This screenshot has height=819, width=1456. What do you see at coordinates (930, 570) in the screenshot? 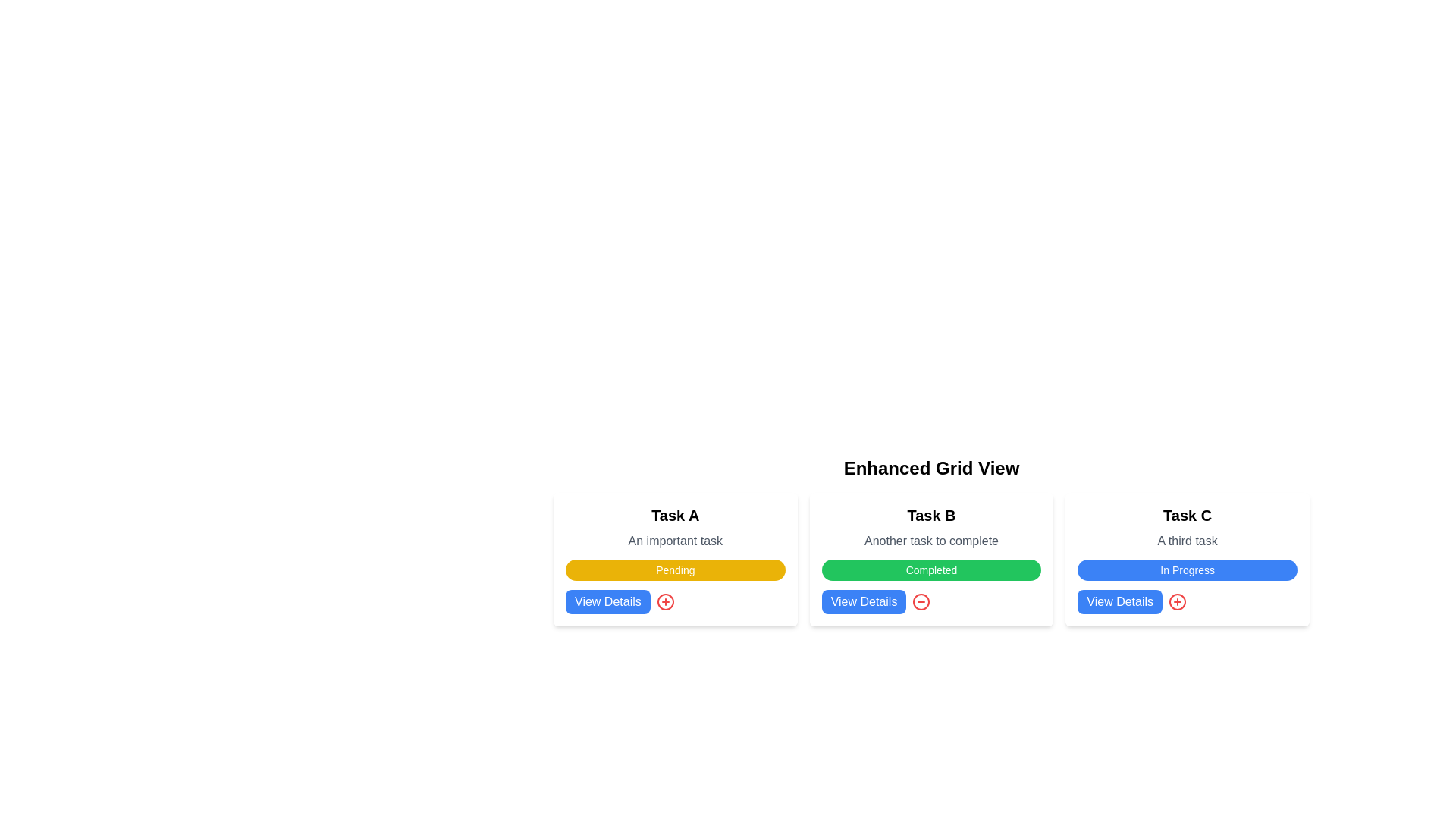
I see `the non-interactive status indicator button for Task B, which shows that the task is completed, located between the description text 'Another task to complete' and the 'View Details' controls` at bounding box center [930, 570].